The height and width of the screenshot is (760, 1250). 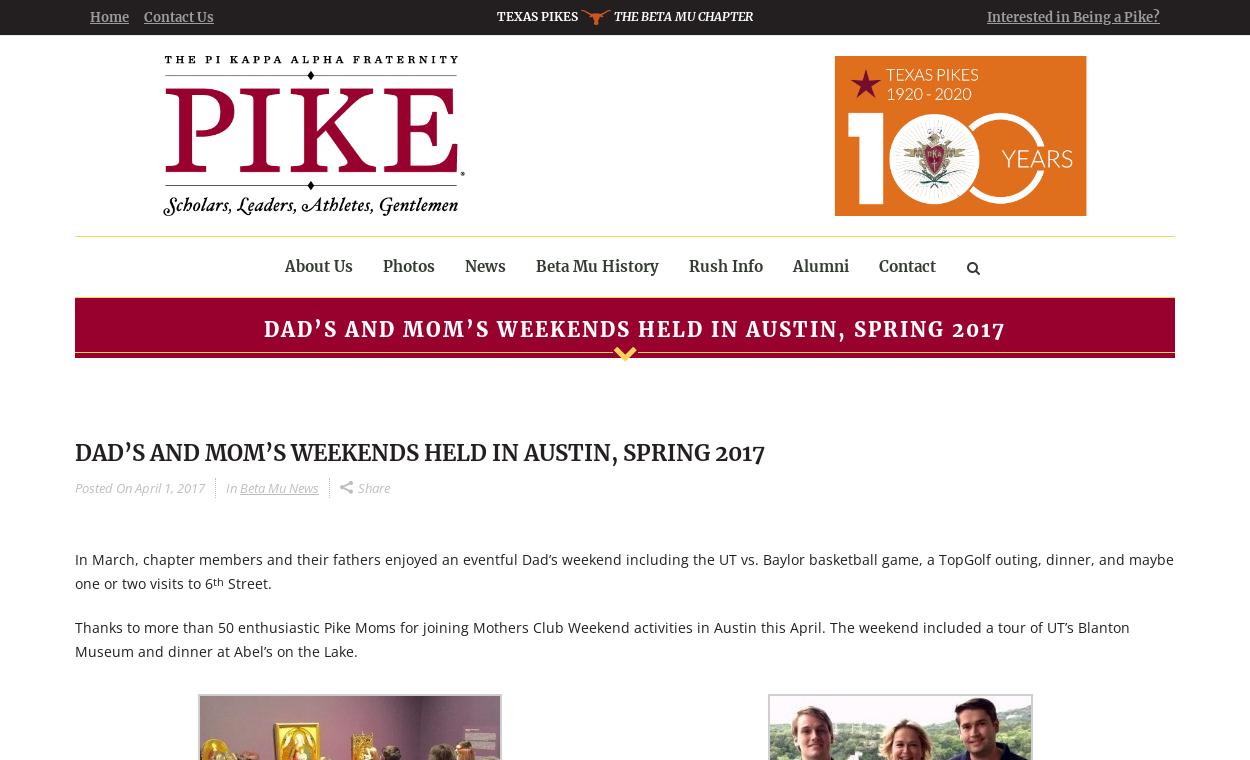 I want to click on 'Posted on', so click(x=102, y=487).